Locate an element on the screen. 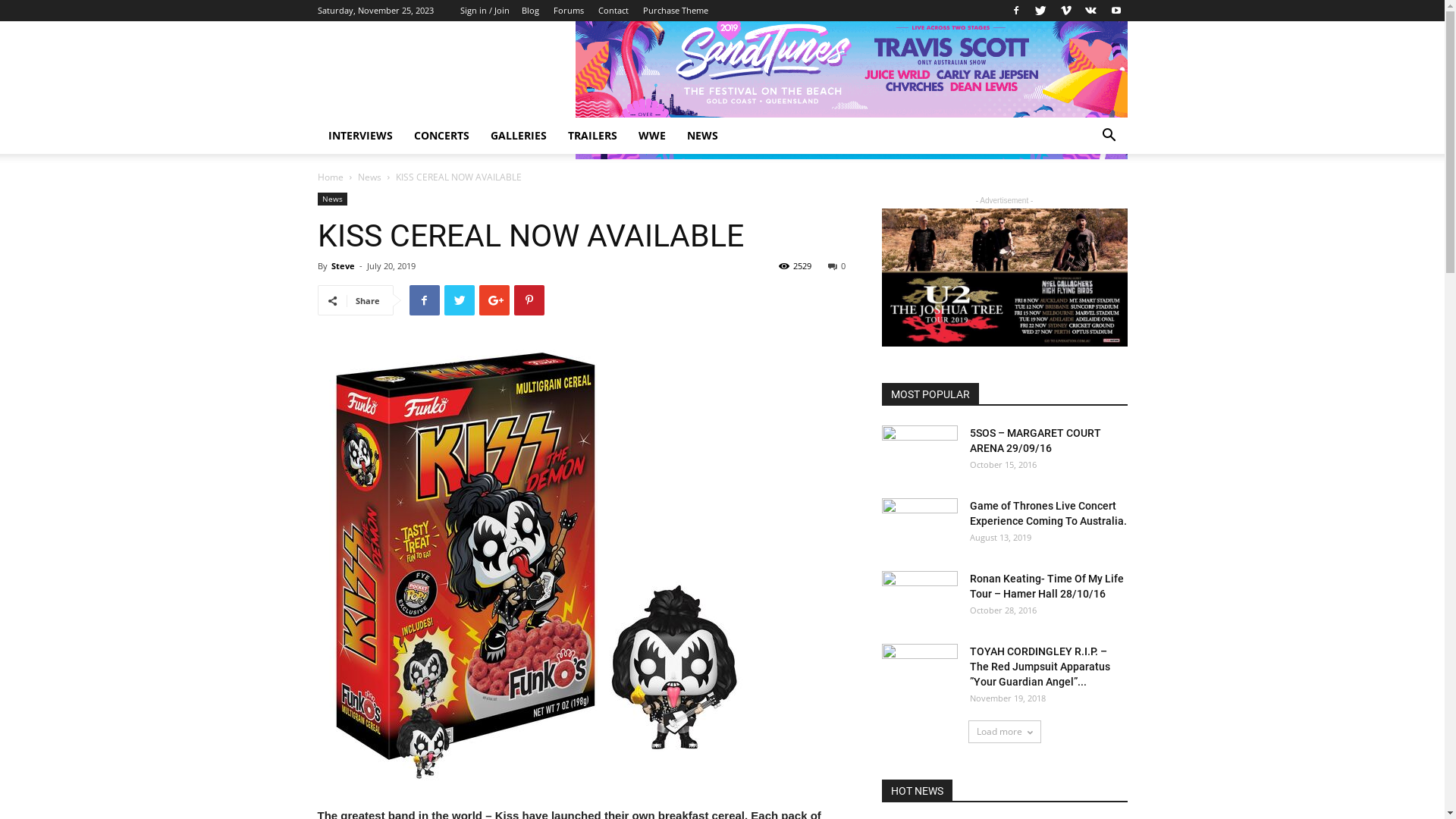  '0' is located at coordinates (836, 265).